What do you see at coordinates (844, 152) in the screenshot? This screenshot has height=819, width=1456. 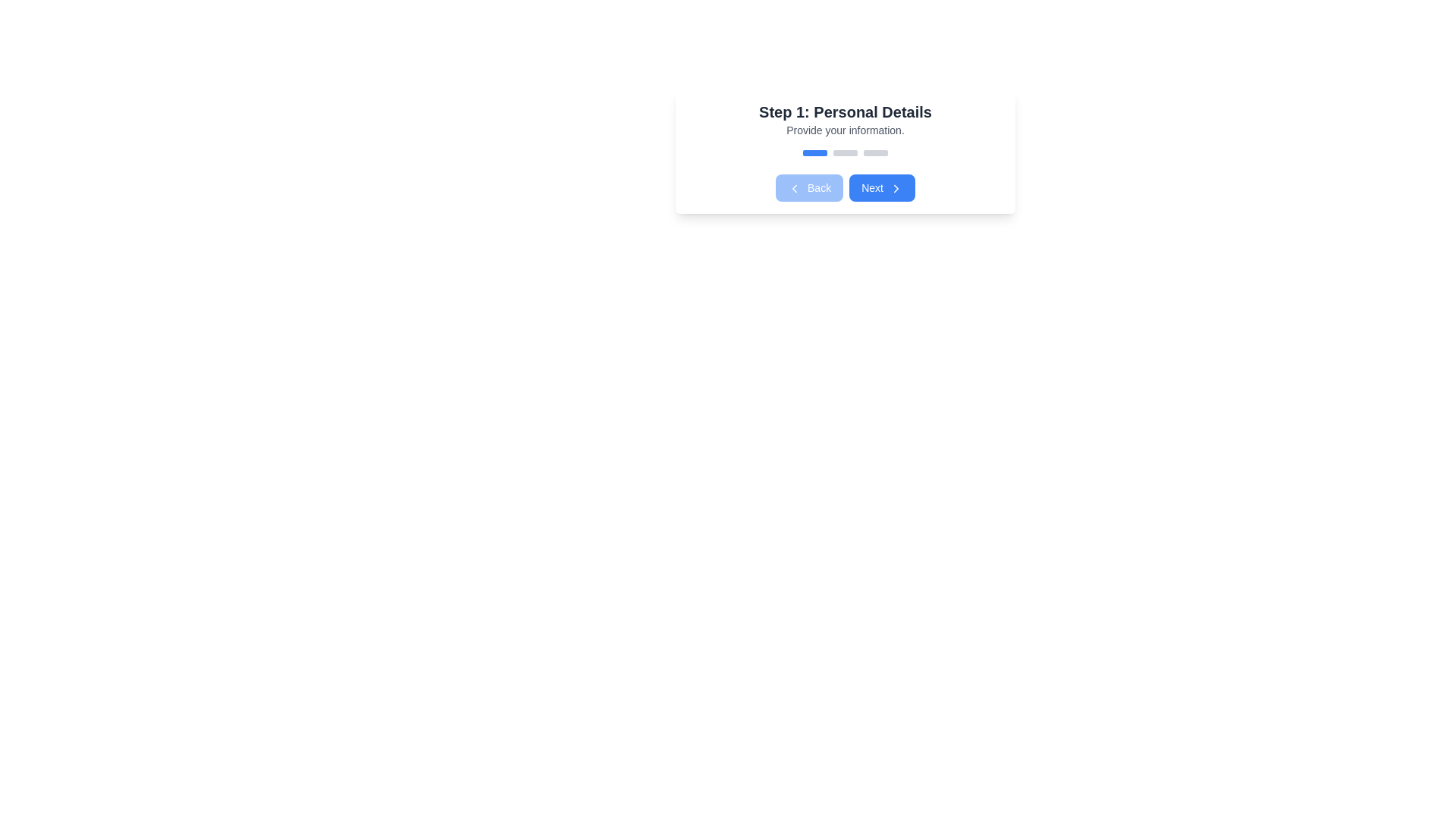 I see `the second gray progress indicator segment, which is part of a visual progress bar located beneath the 'Step 1: Personal Details' header` at bounding box center [844, 152].